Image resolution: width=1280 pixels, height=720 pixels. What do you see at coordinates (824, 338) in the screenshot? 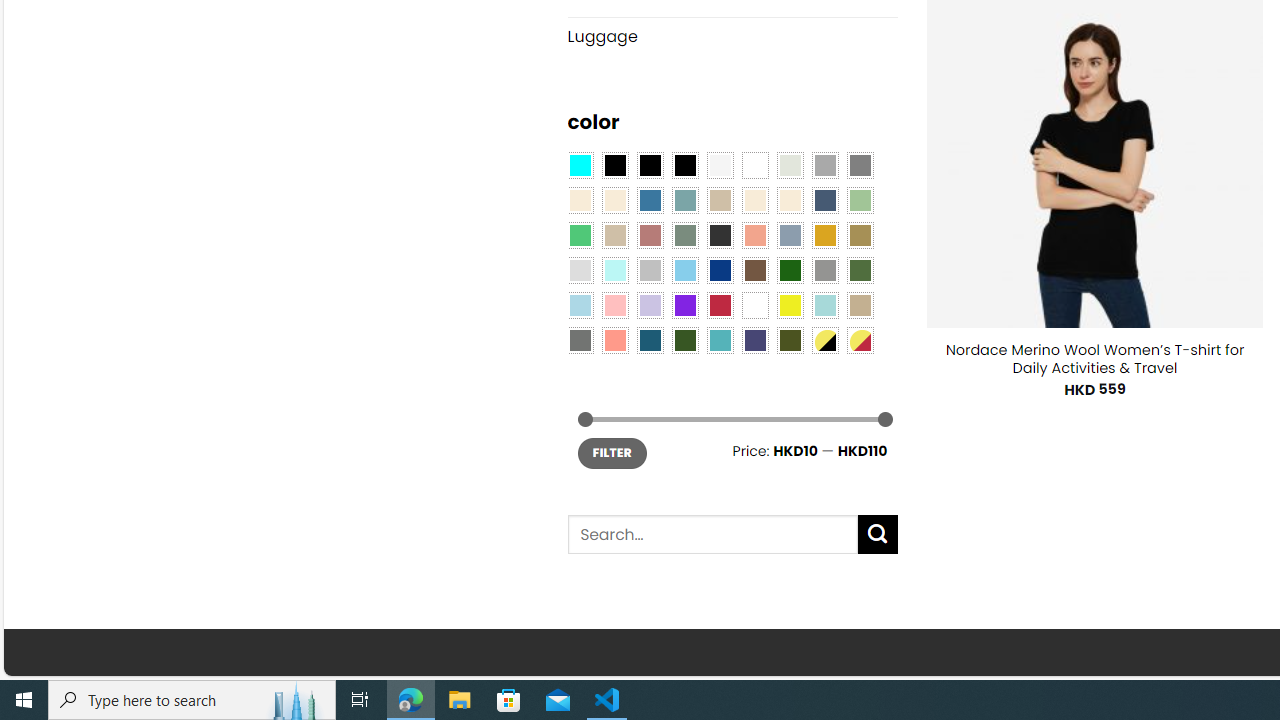
I see `'Yellow-Black'` at bounding box center [824, 338].